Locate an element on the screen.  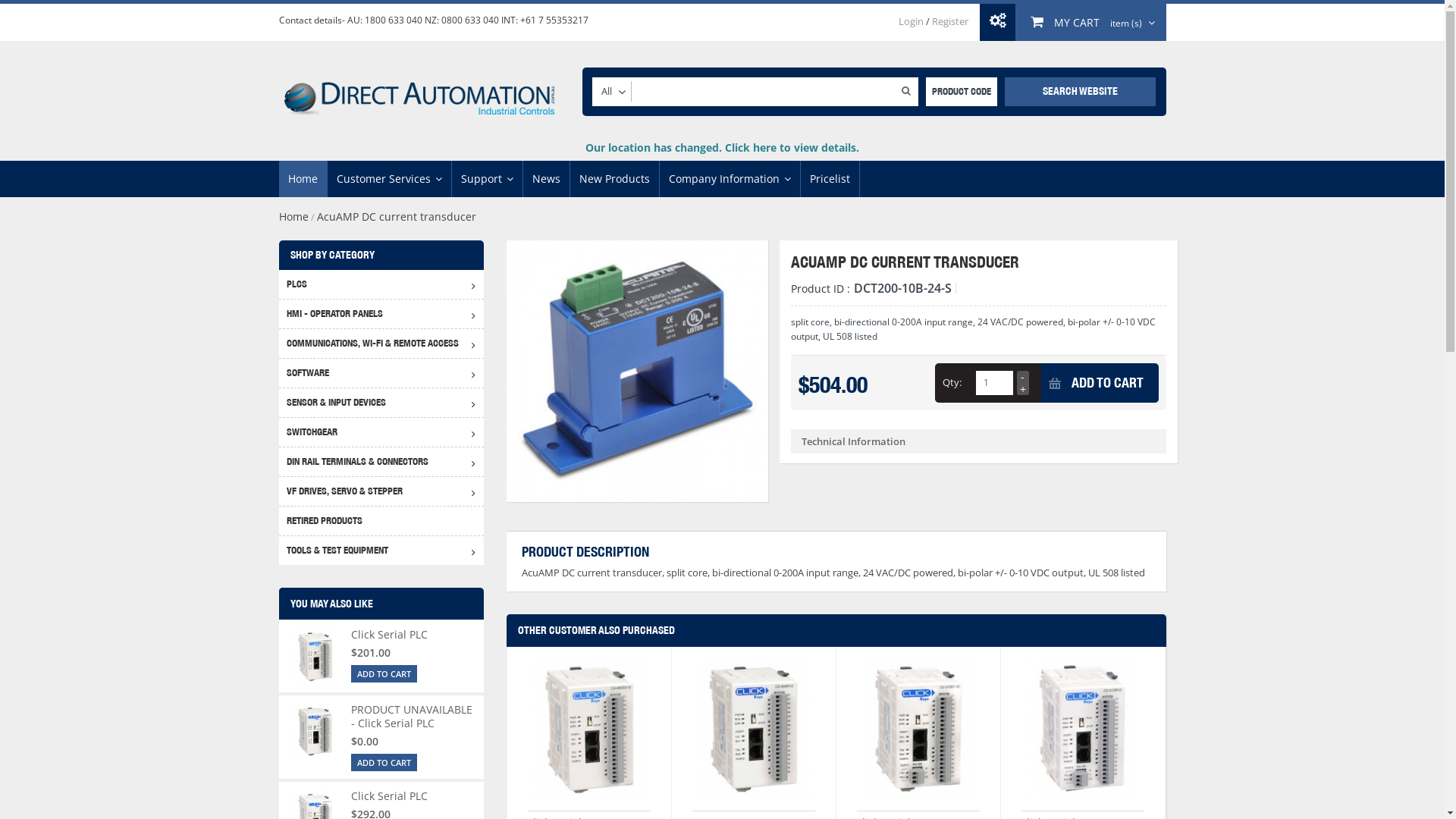
'Company Information' is located at coordinates (659, 177).